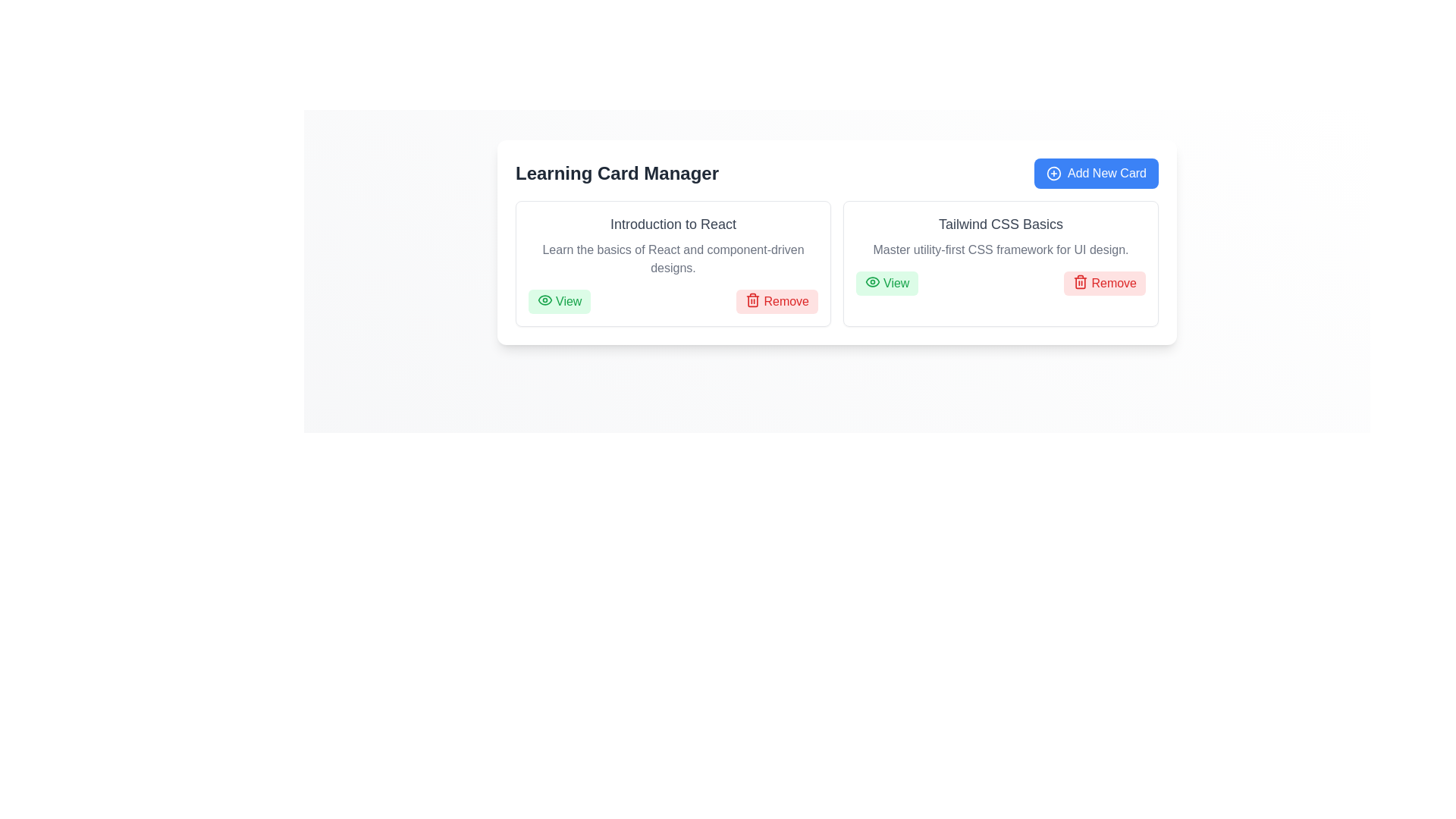 Image resolution: width=1456 pixels, height=819 pixels. Describe the element at coordinates (1001, 249) in the screenshot. I see `the informational text displaying 'Master utility-first CSS framework for UI design.' located beneath the title 'Tailwind CSS Basics' and above the buttons 'View' and 'Remove'` at that location.